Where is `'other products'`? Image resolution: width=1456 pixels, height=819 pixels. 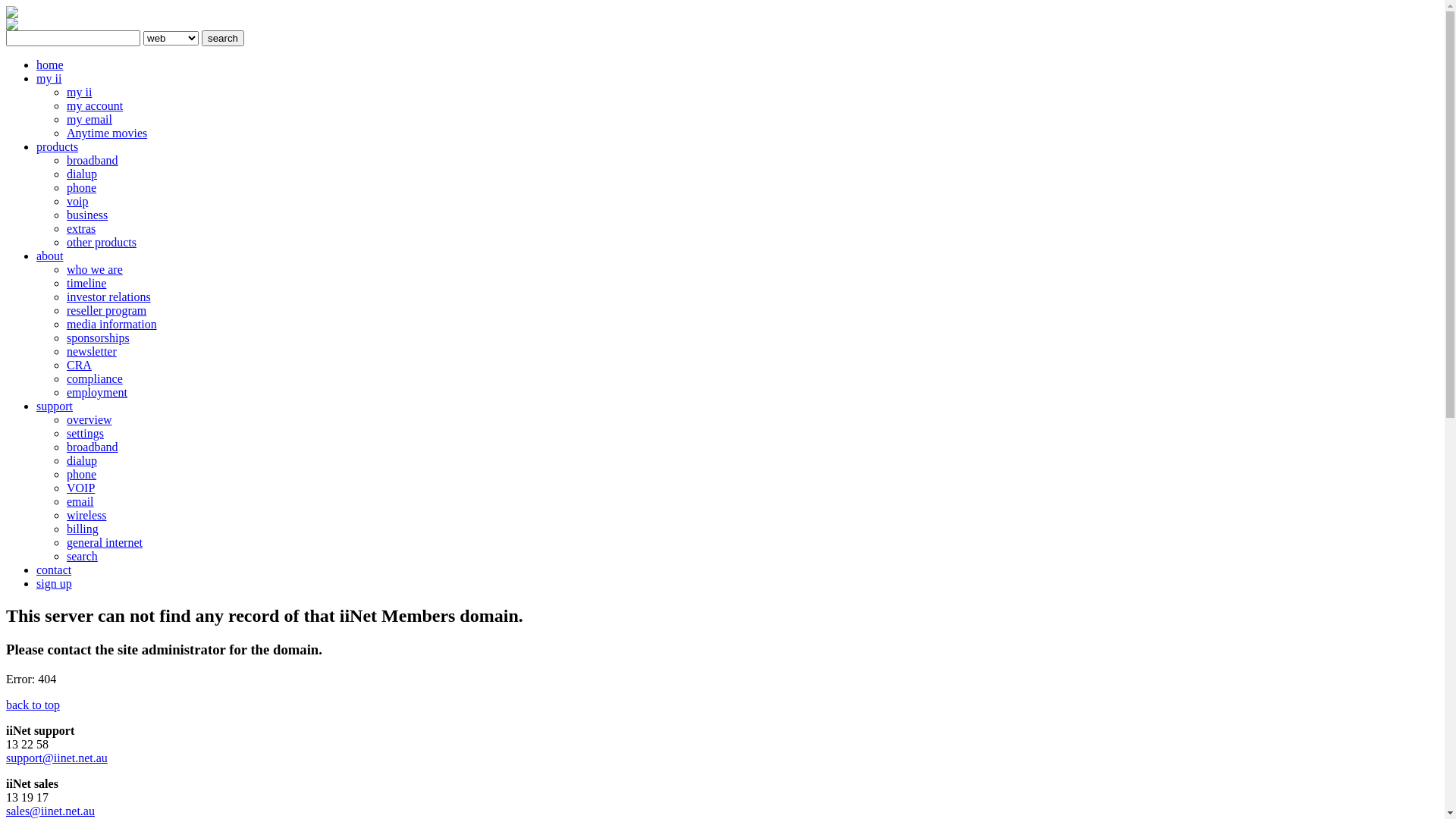 'other products' is located at coordinates (101, 241).